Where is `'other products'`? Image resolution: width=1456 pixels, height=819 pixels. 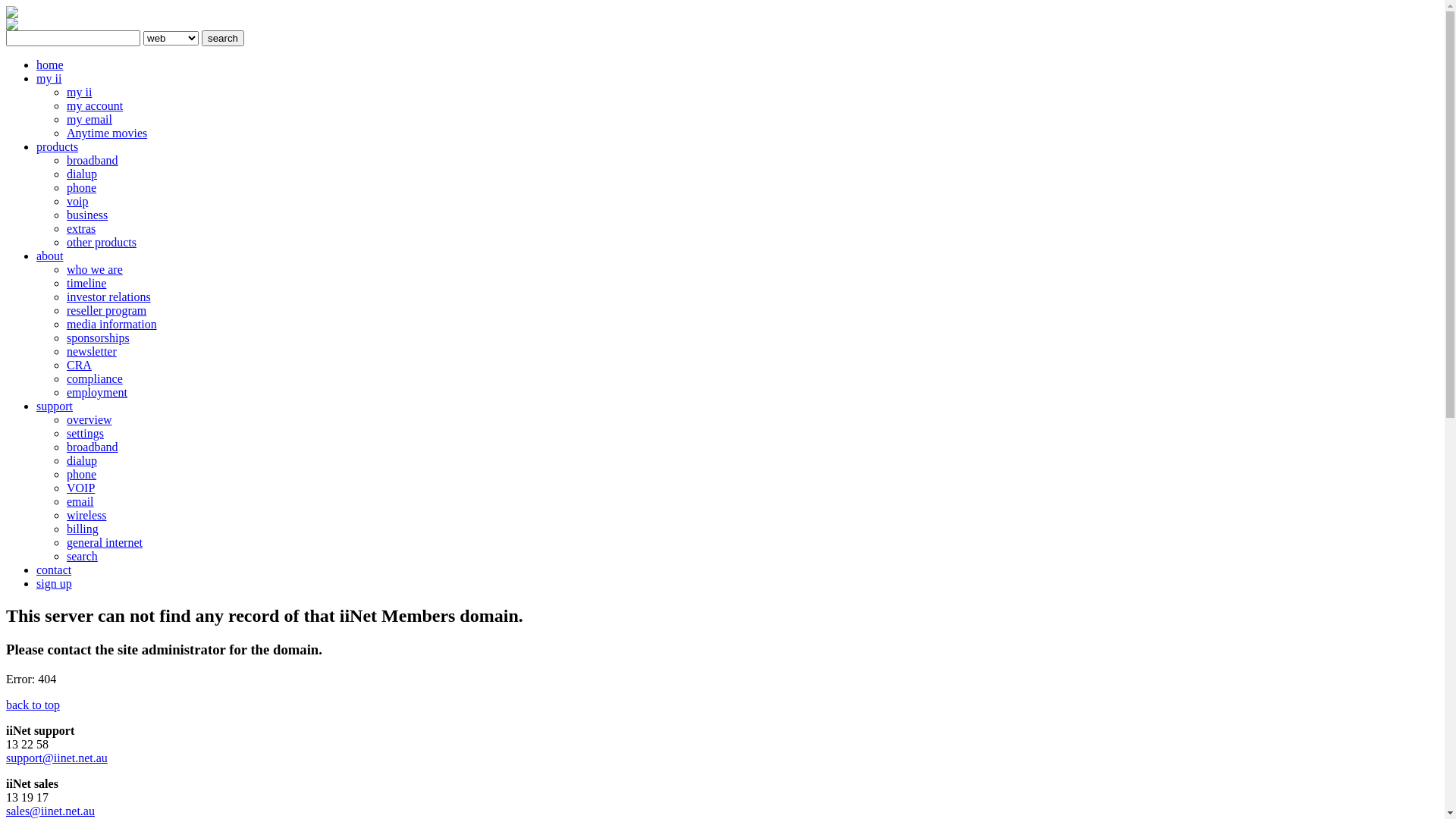 'other products' is located at coordinates (101, 241).